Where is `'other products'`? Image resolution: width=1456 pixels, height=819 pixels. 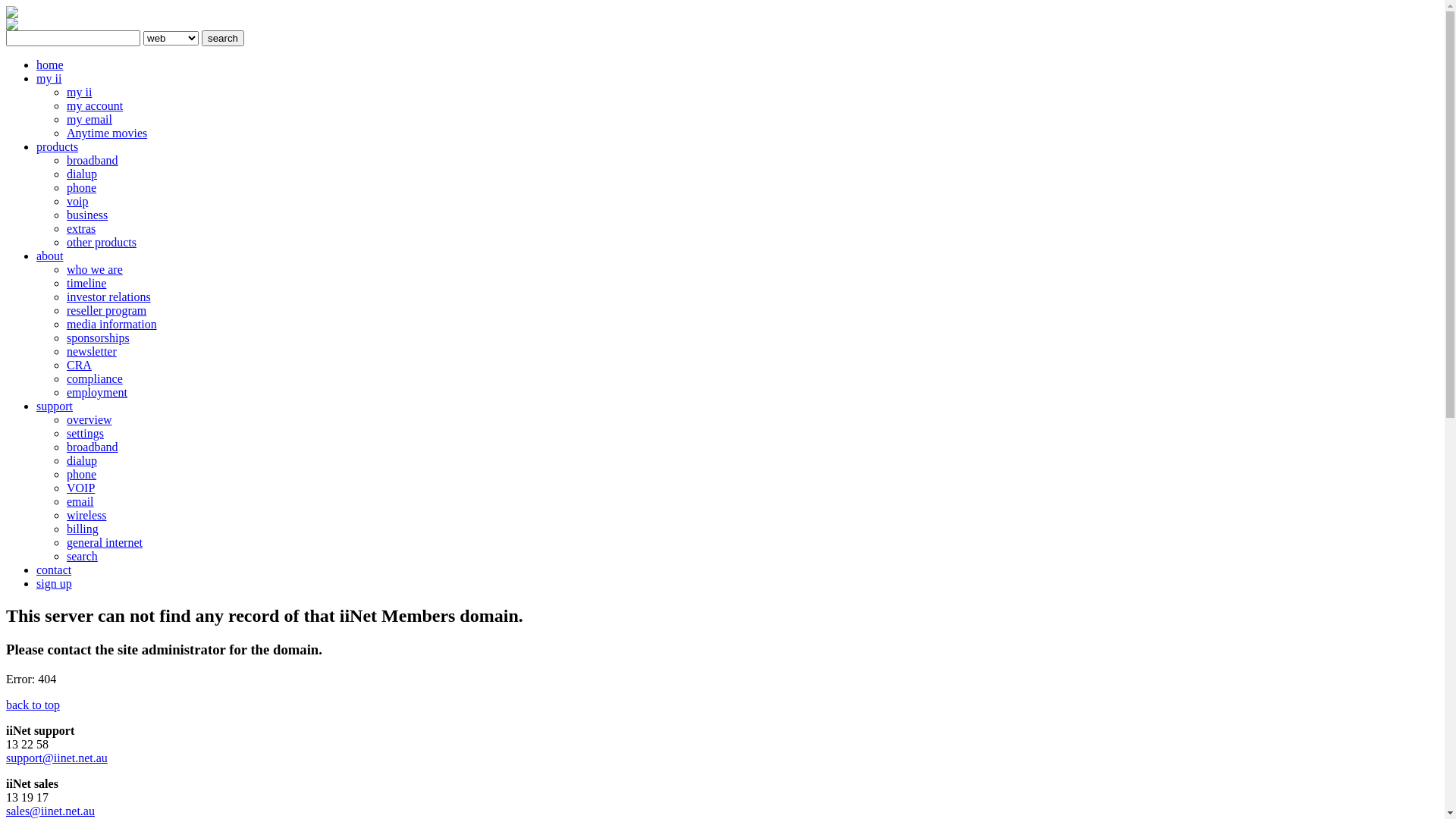 'other products' is located at coordinates (101, 241).